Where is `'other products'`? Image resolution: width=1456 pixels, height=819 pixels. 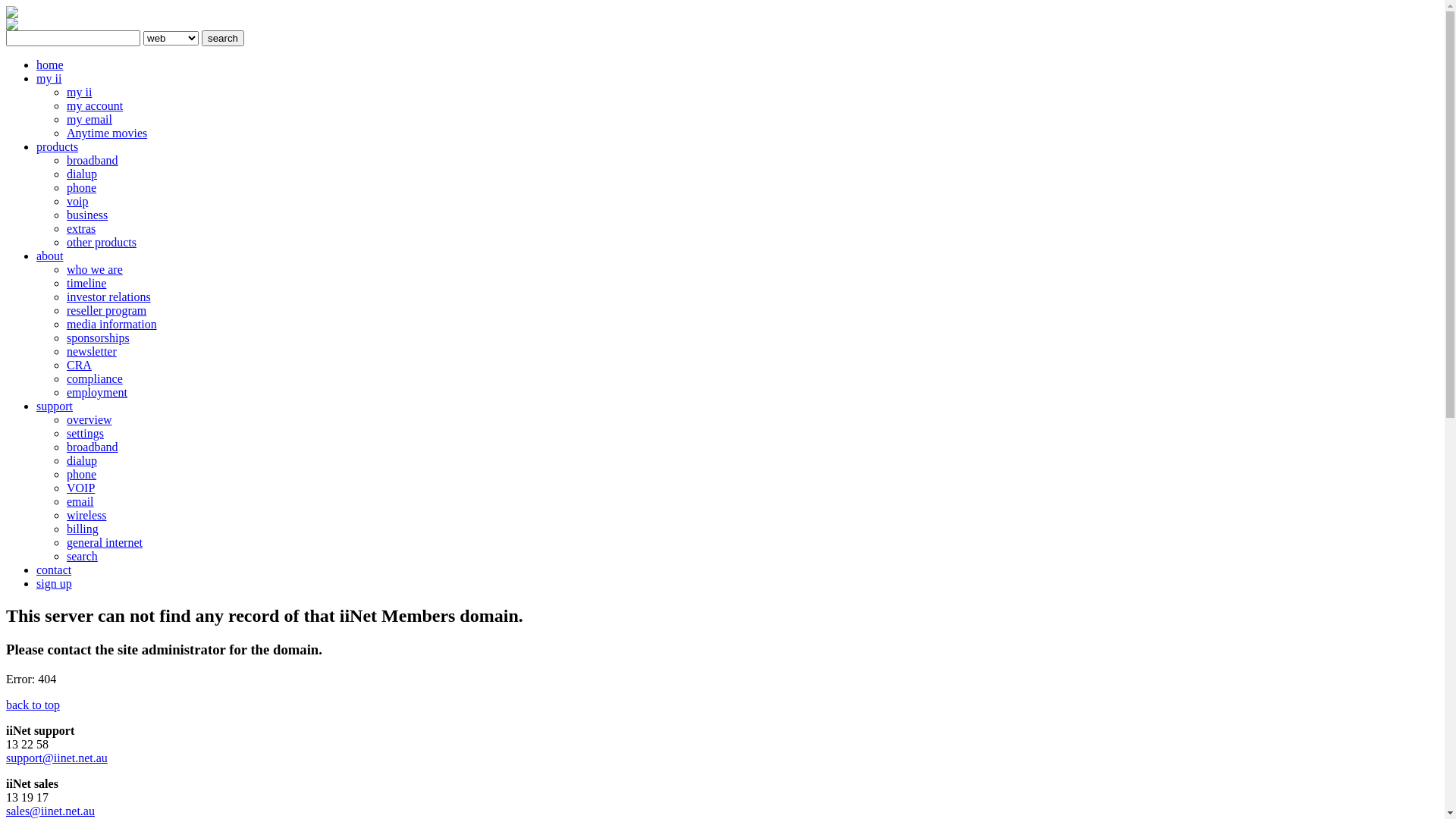 'other products' is located at coordinates (101, 241).